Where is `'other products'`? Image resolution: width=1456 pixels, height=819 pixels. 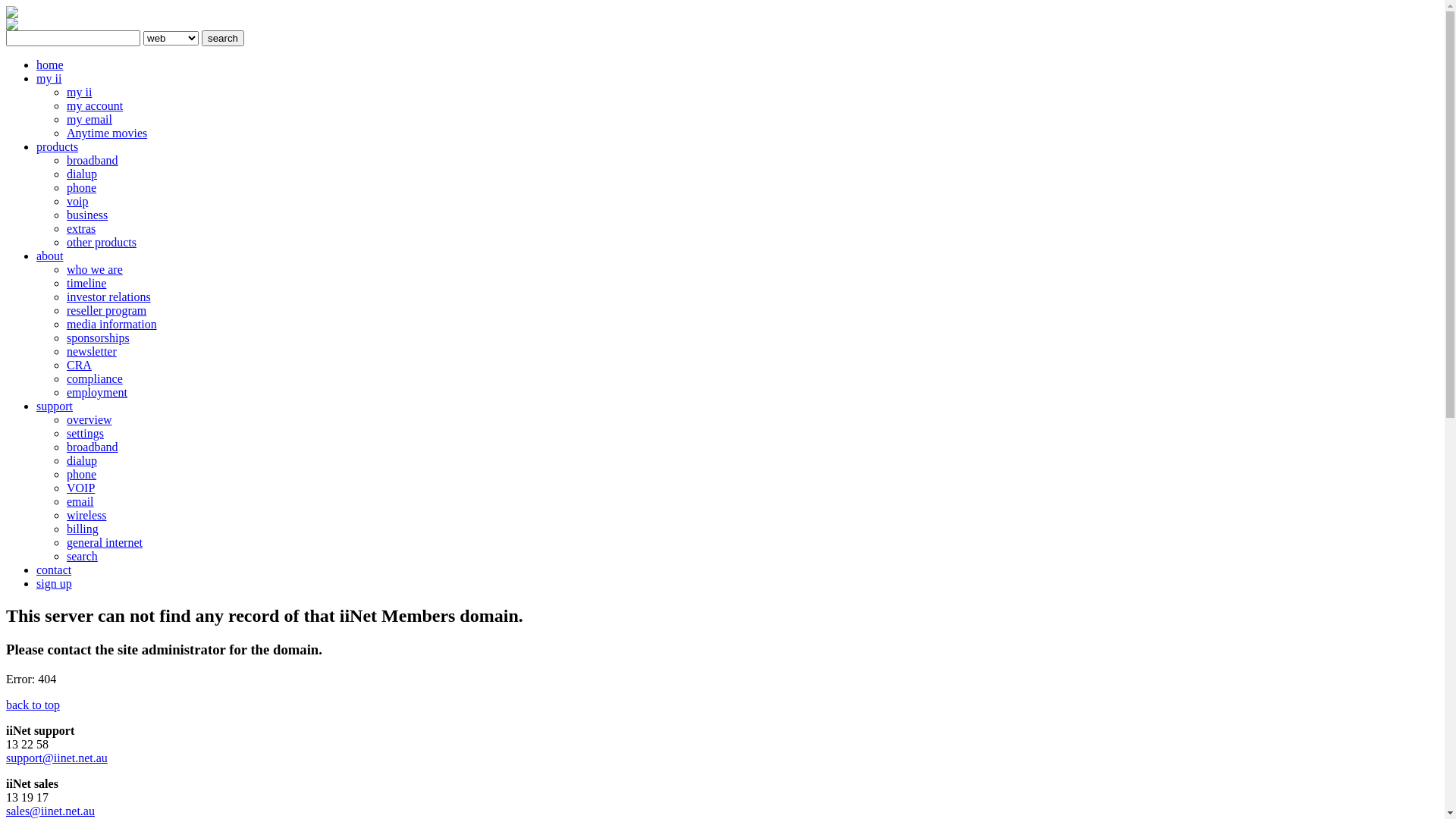 'other products' is located at coordinates (101, 241).